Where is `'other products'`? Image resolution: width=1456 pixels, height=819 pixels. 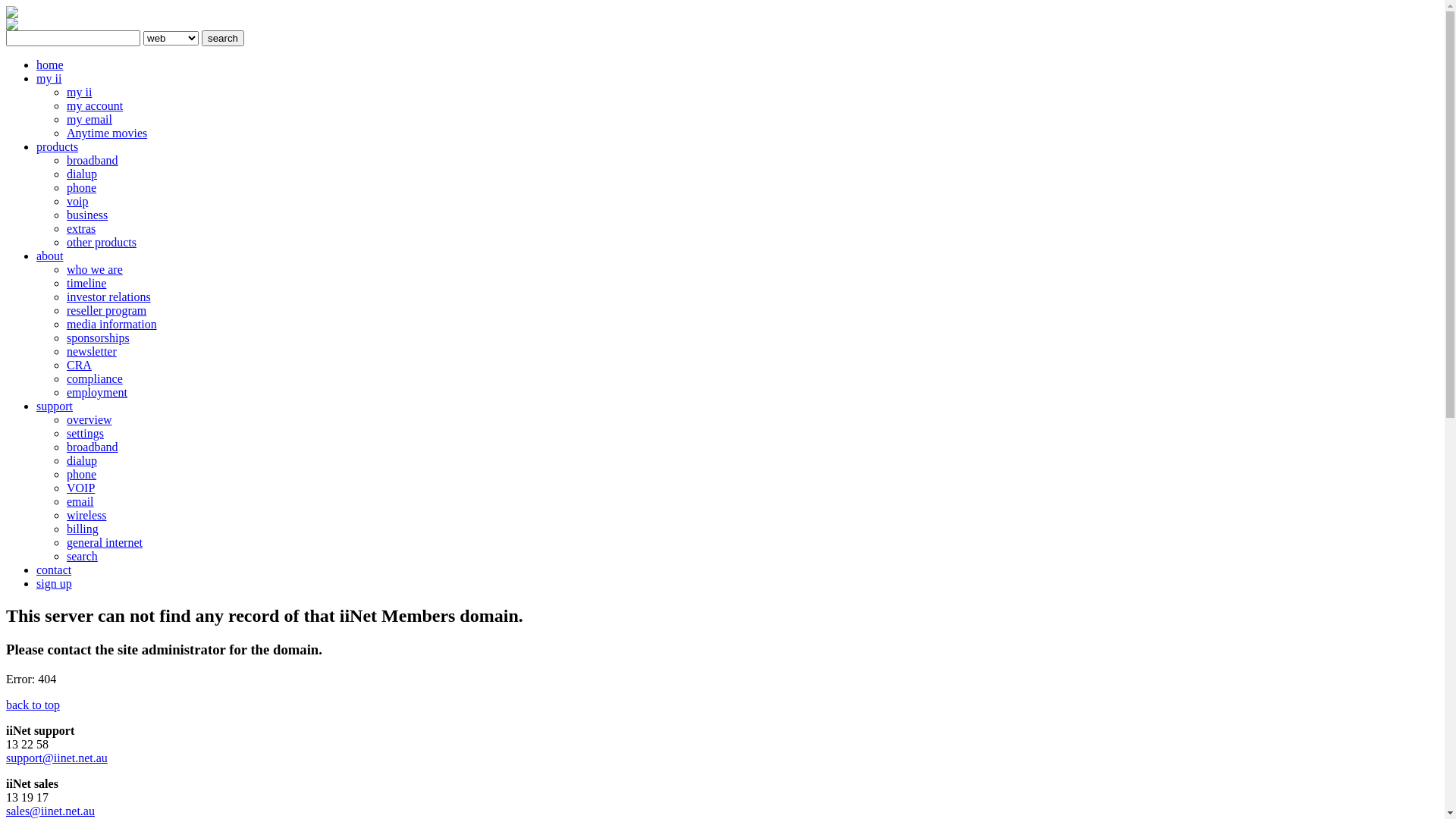 'other products' is located at coordinates (101, 241).